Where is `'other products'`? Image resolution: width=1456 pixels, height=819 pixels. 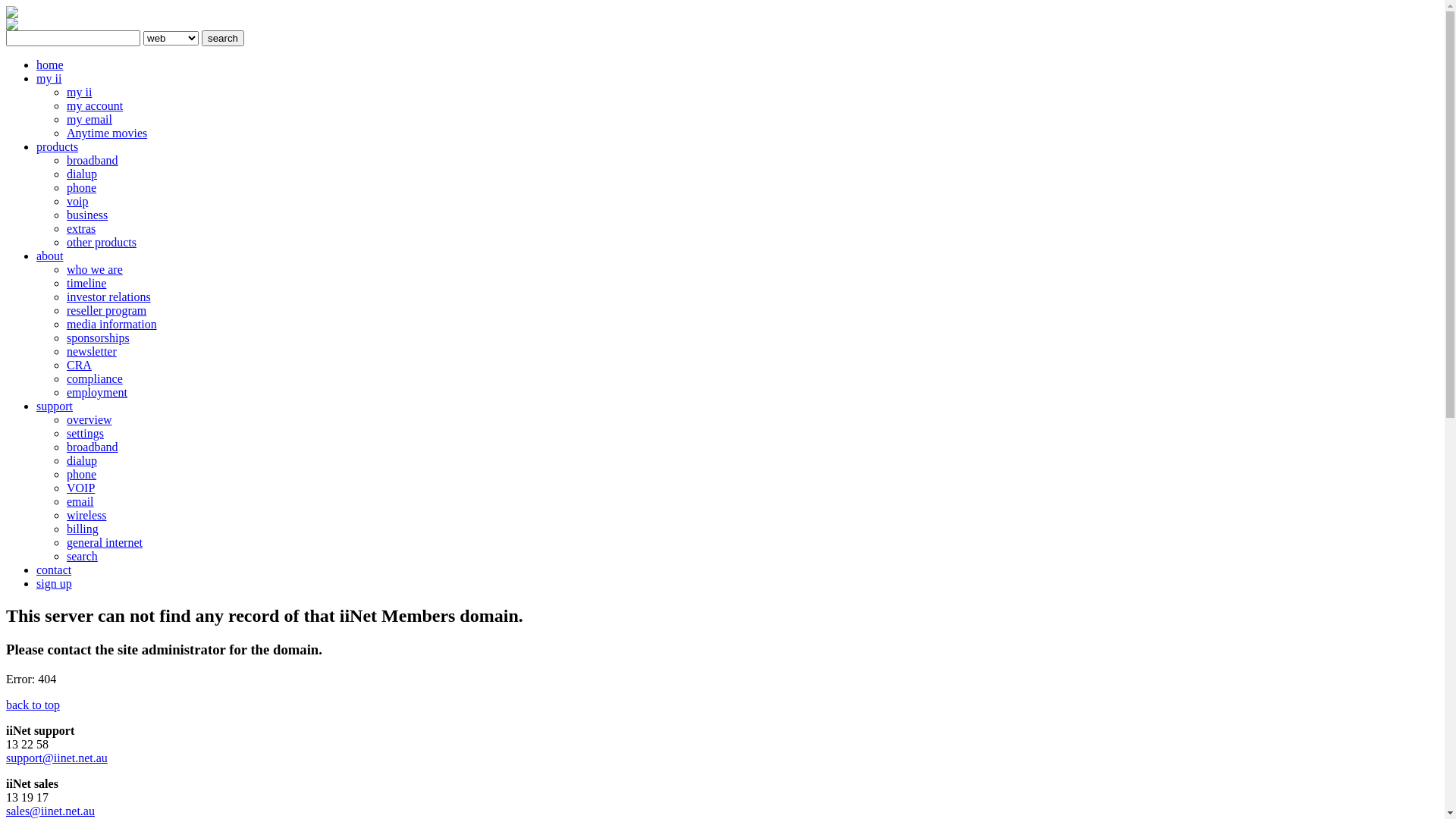 'other products' is located at coordinates (101, 241).